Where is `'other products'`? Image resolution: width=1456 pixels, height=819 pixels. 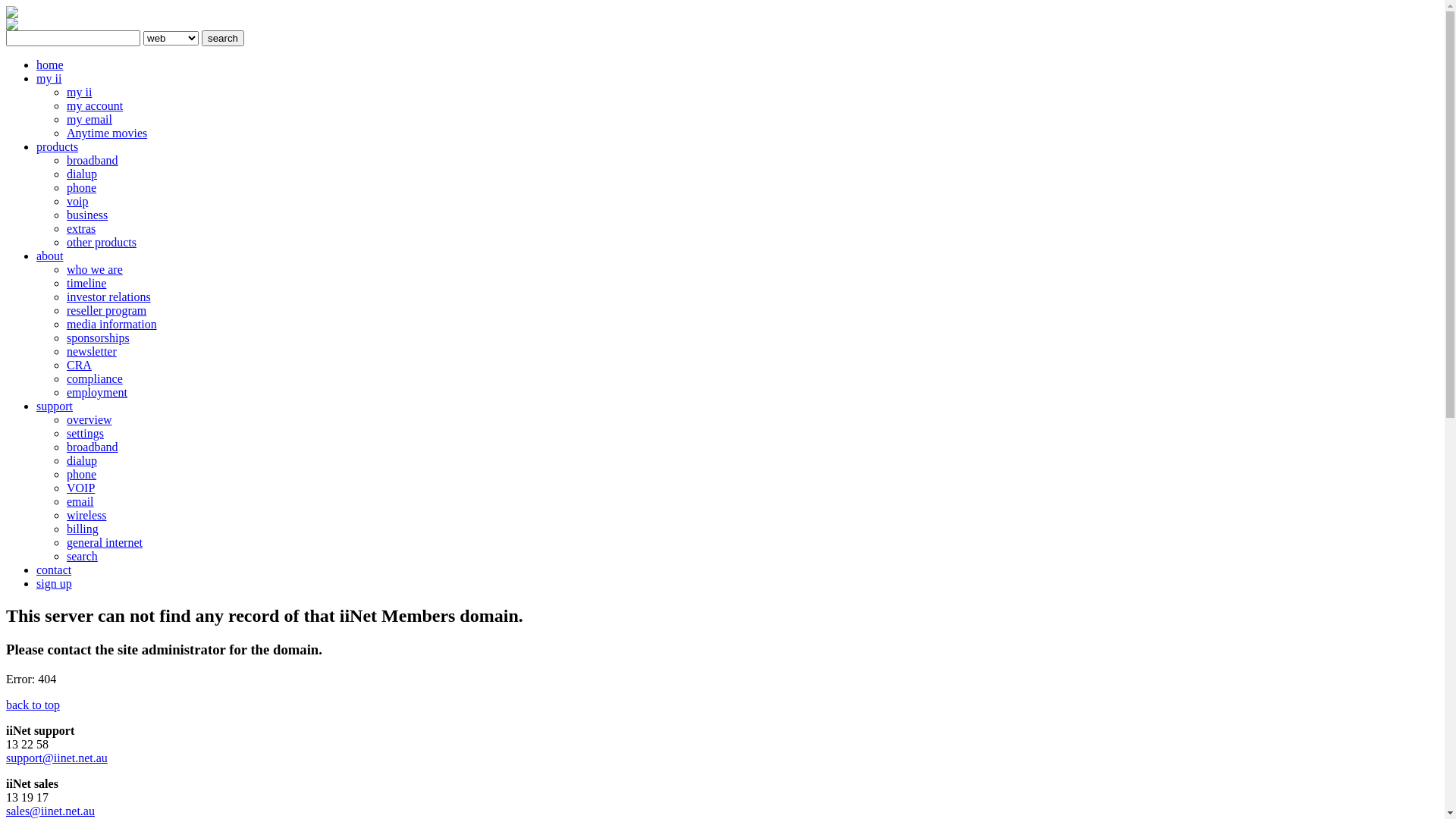 'other products' is located at coordinates (101, 241).